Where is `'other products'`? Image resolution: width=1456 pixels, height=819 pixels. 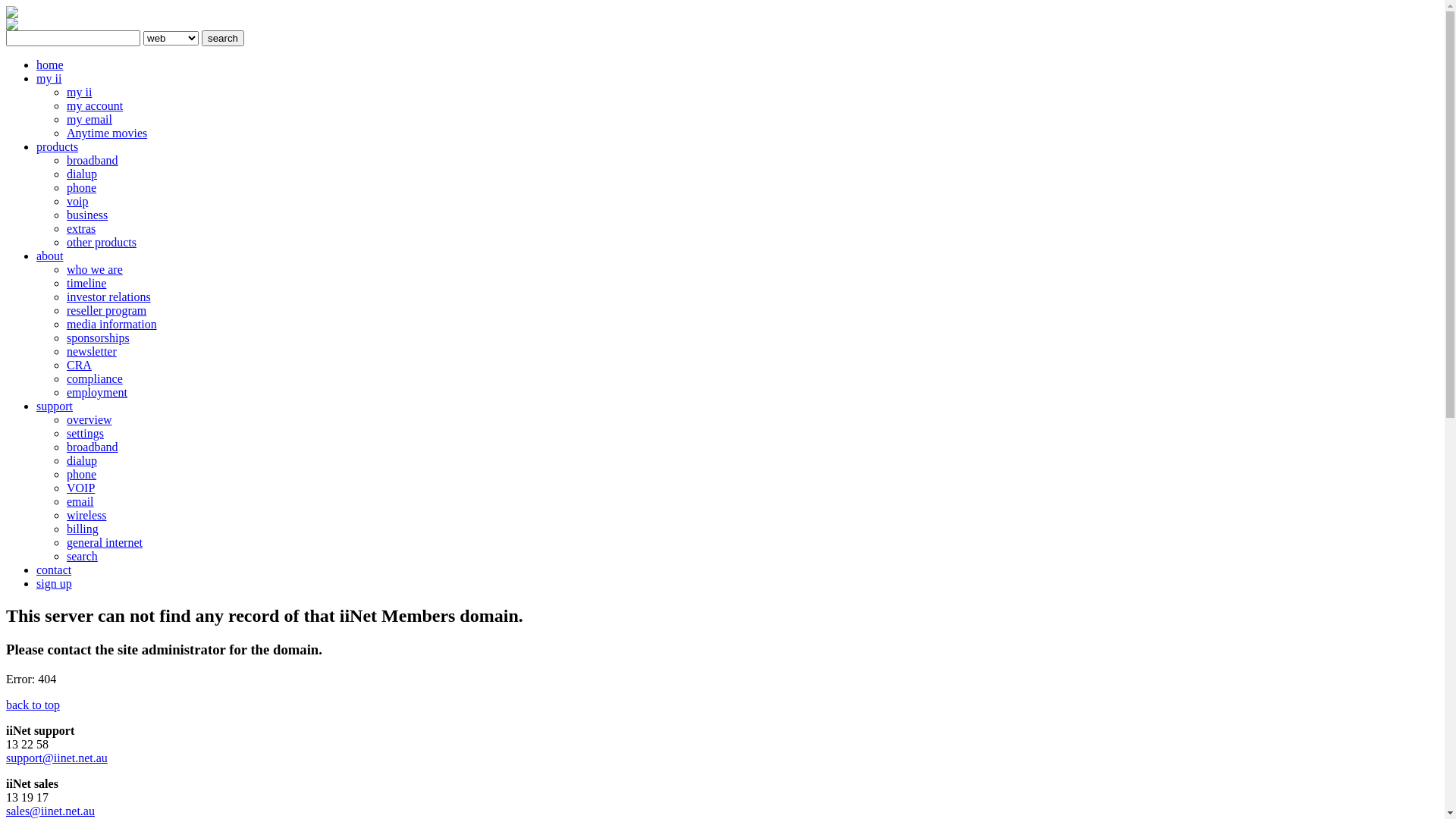 'other products' is located at coordinates (101, 241).